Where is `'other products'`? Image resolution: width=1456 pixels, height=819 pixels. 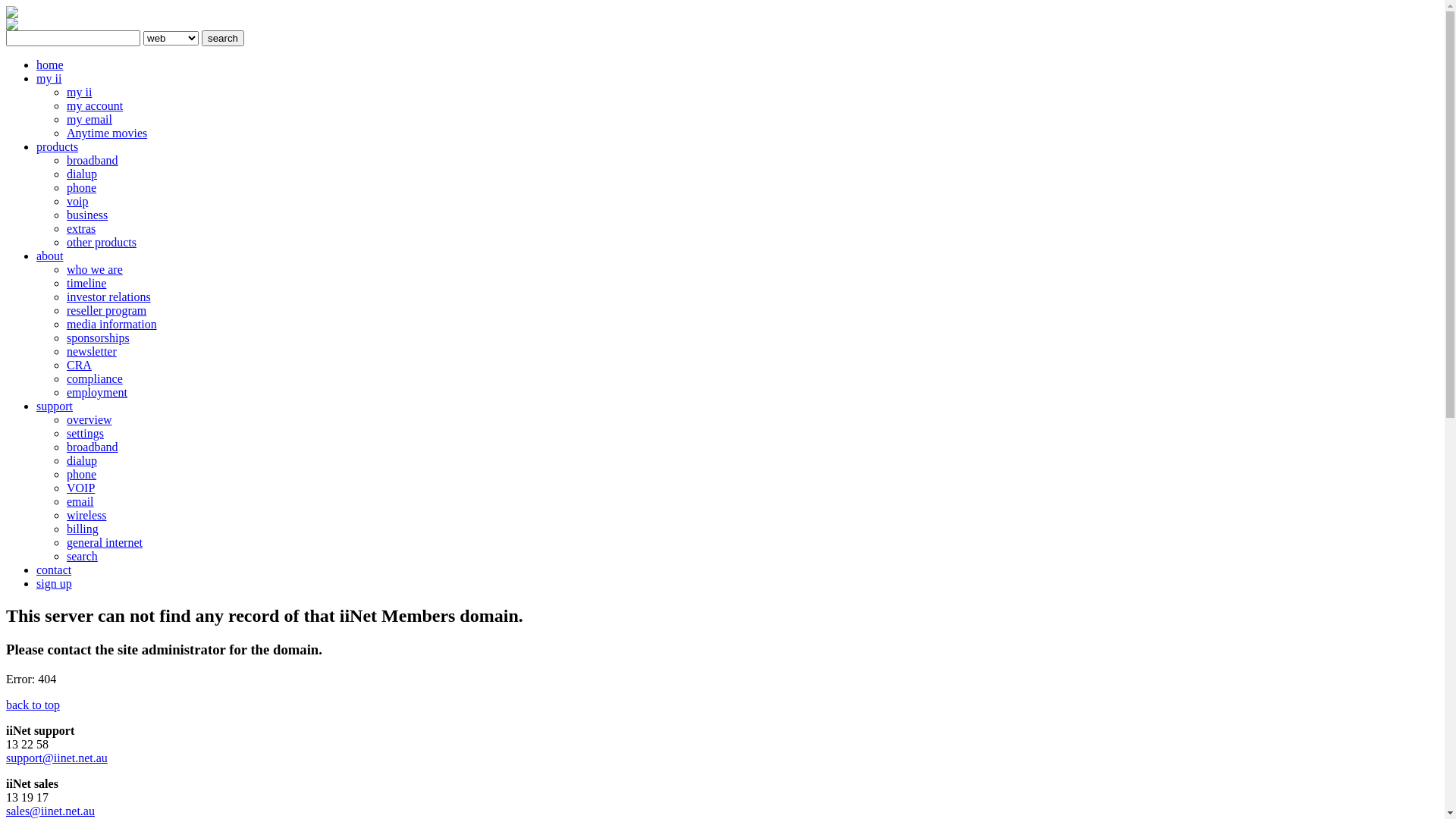 'other products' is located at coordinates (101, 241).